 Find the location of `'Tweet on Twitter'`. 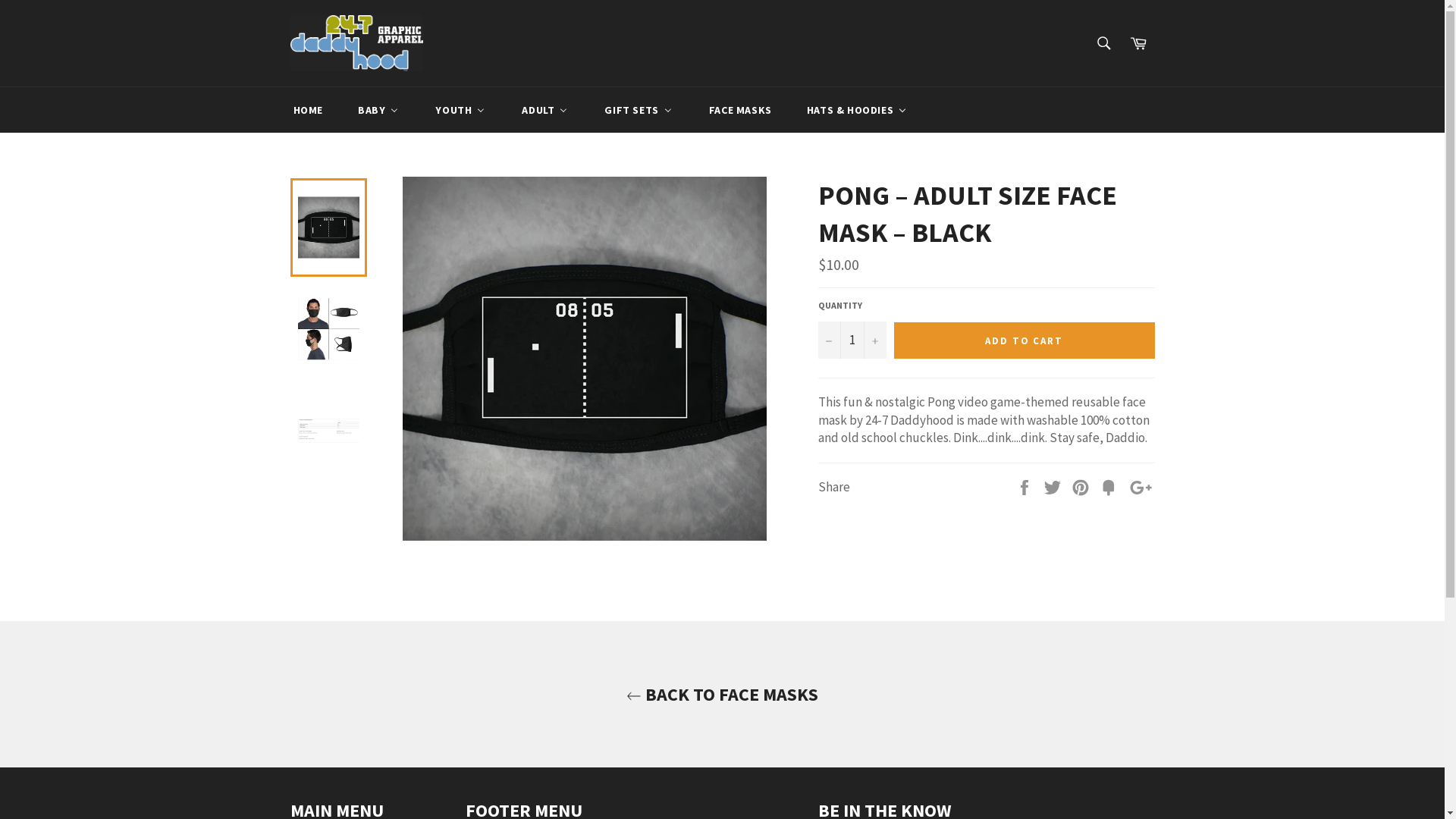

'Tweet on Twitter' is located at coordinates (1043, 486).